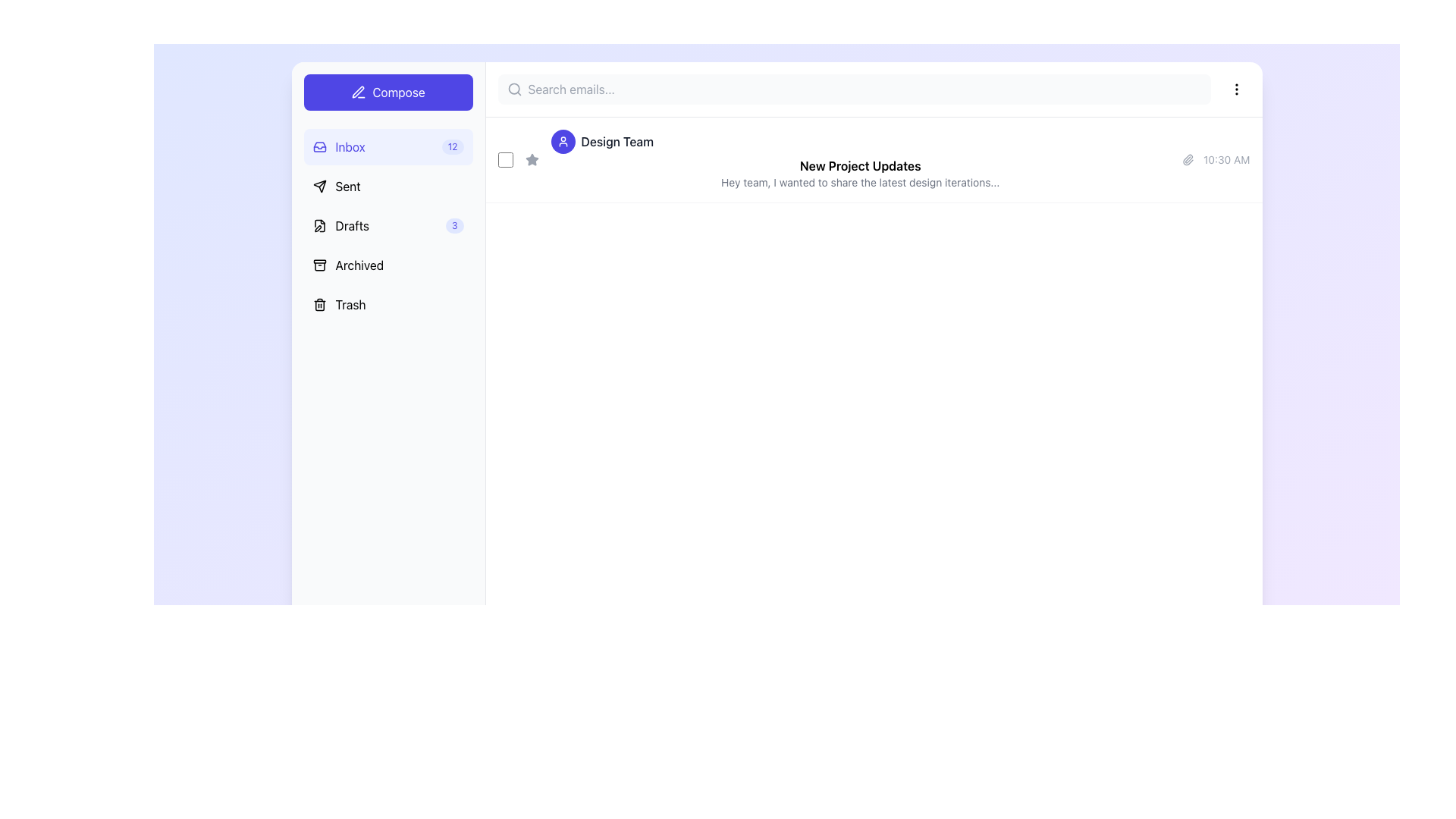 Image resolution: width=1456 pixels, height=819 pixels. What do you see at coordinates (532, 159) in the screenshot?
I see `the star icon that marks emails as important or favorite` at bounding box center [532, 159].